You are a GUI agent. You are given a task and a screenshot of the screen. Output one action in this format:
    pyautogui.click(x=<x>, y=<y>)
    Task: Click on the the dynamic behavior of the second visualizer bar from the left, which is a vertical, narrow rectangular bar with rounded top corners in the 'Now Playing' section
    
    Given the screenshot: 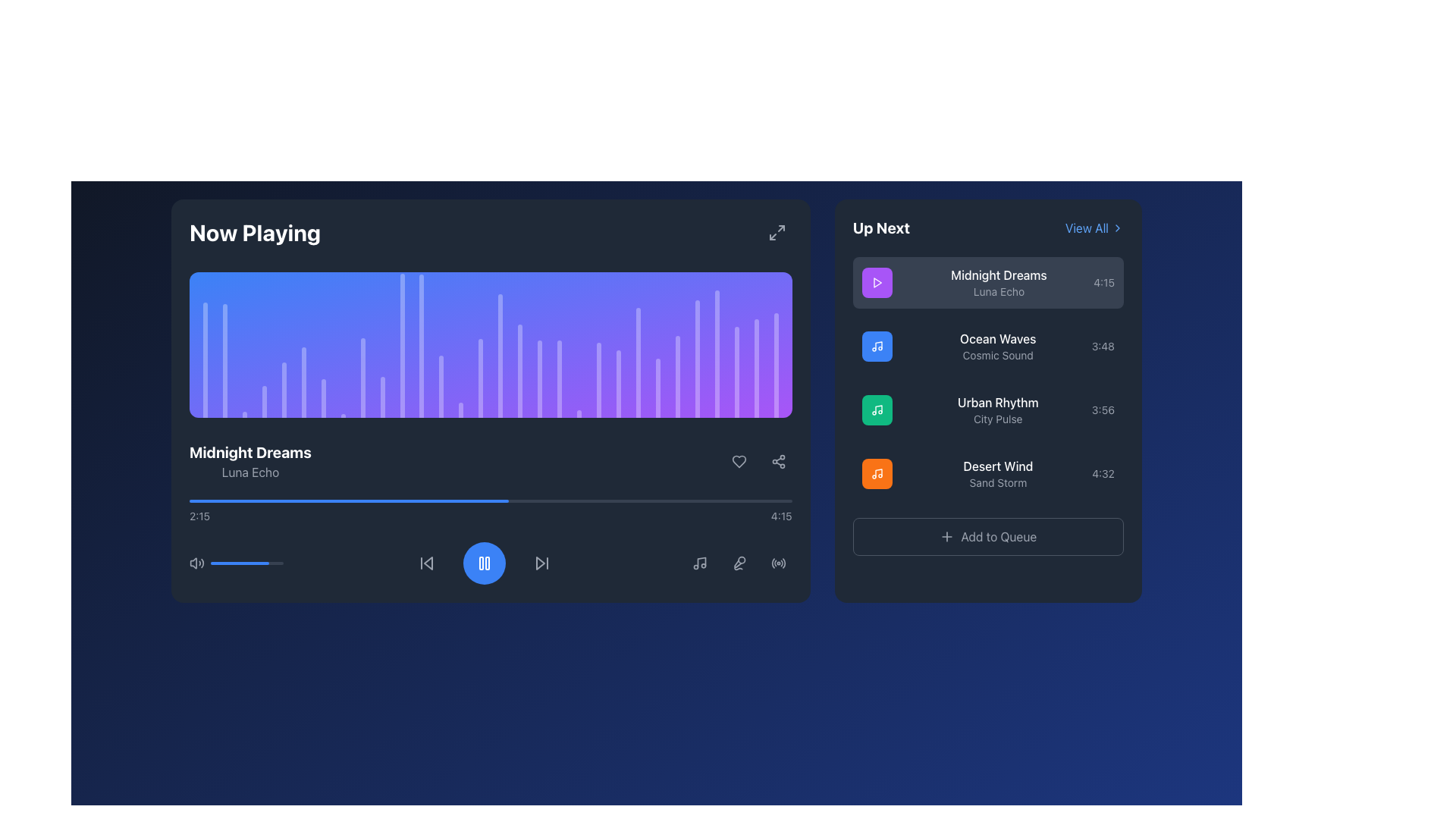 What is the action you would take?
    pyautogui.click(x=224, y=360)
    